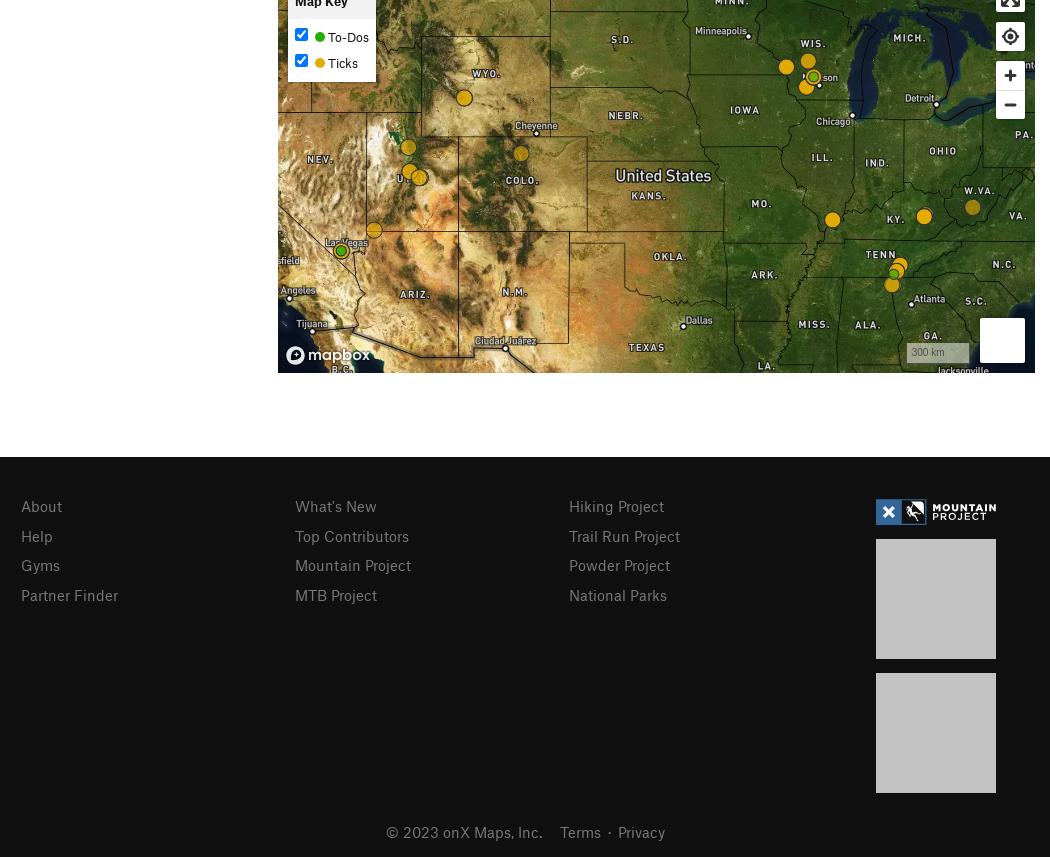  Describe the element at coordinates (639, 830) in the screenshot. I see `'Privacy'` at that location.